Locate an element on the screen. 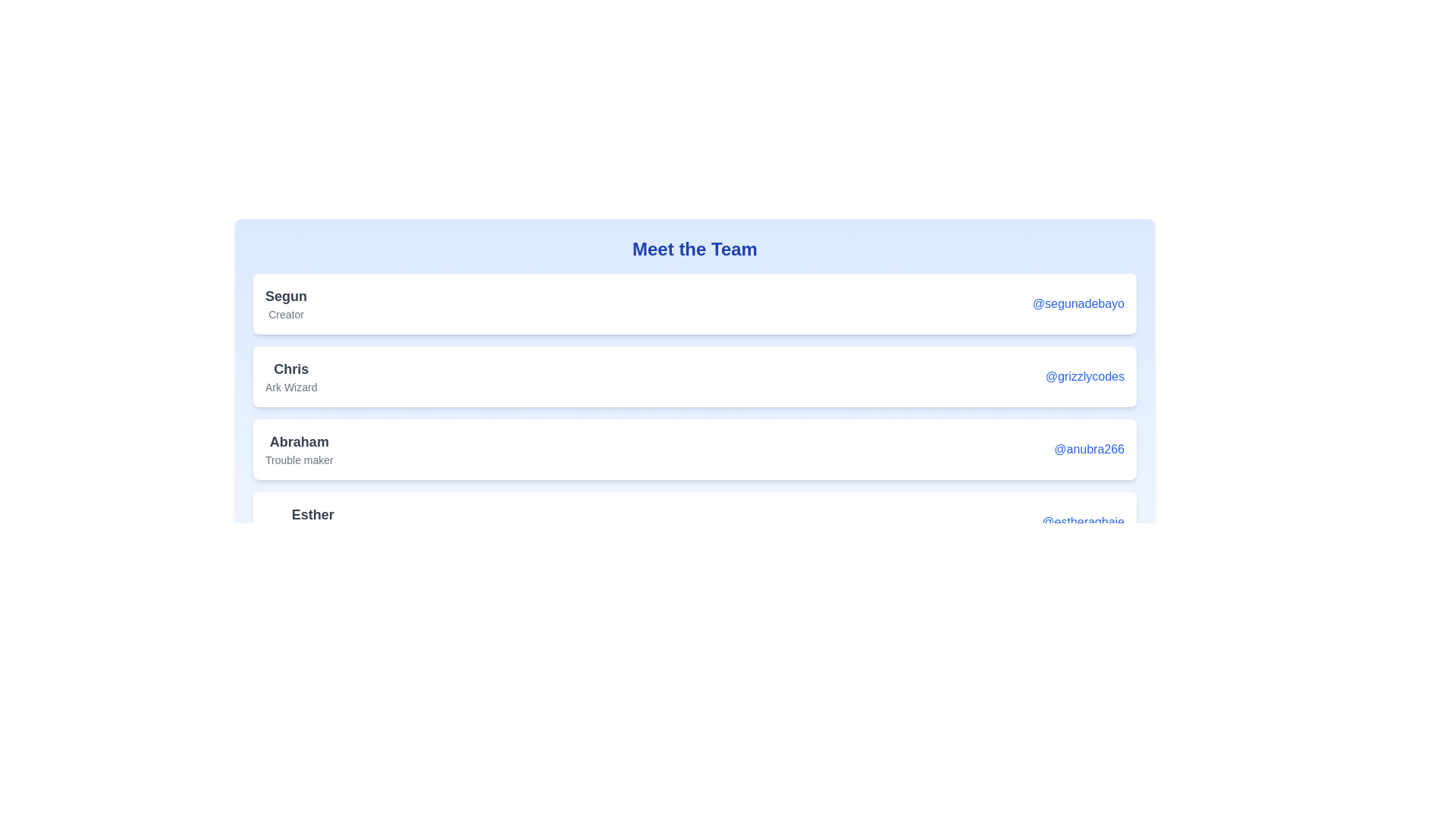  the Text Label that displays the name of a person, which is the first line of text within the profile card positioned third from the top is located at coordinates (299, 441).